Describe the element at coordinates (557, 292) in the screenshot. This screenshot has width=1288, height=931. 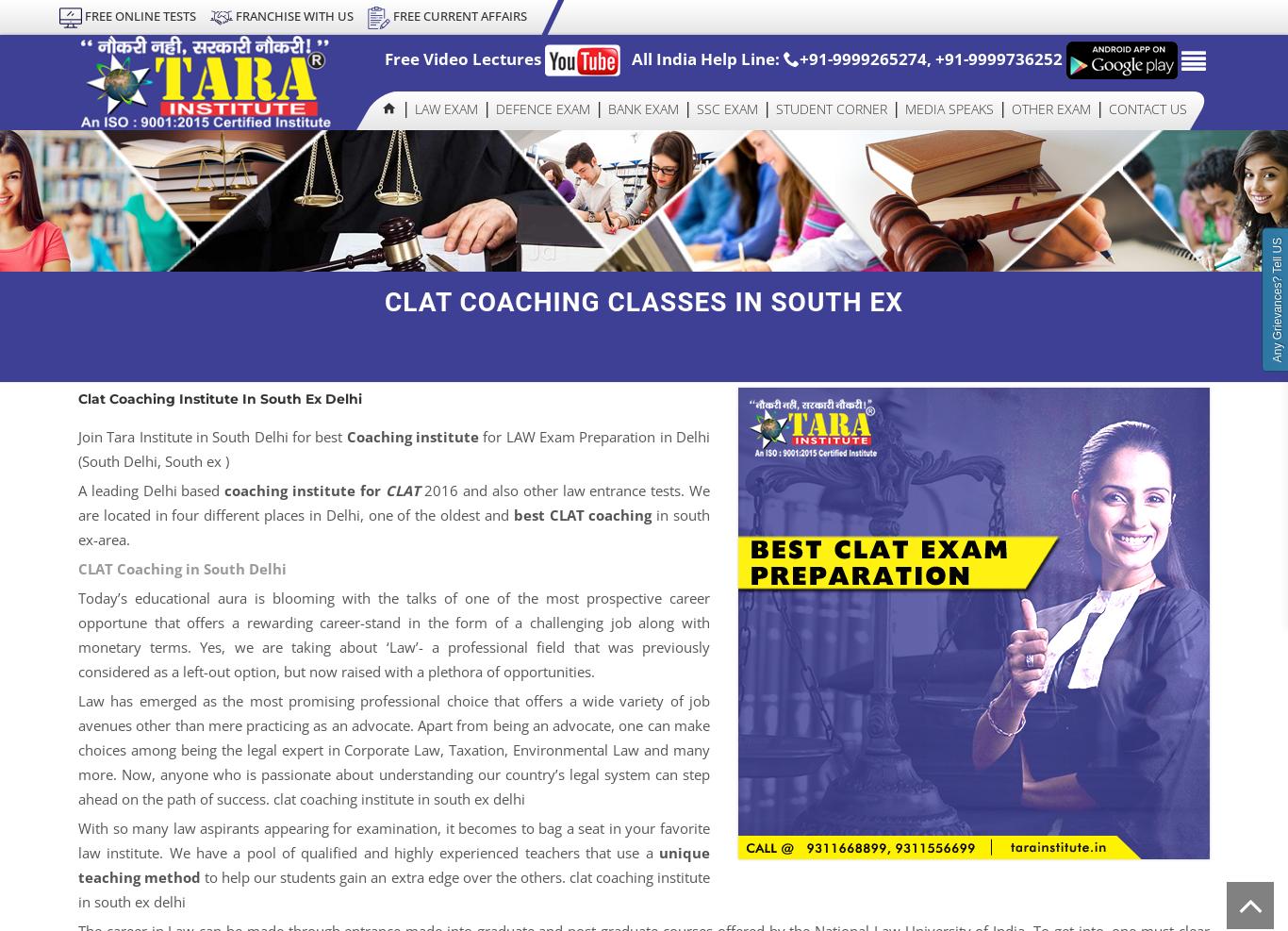
I see `'Air Force X Group'` at that location.